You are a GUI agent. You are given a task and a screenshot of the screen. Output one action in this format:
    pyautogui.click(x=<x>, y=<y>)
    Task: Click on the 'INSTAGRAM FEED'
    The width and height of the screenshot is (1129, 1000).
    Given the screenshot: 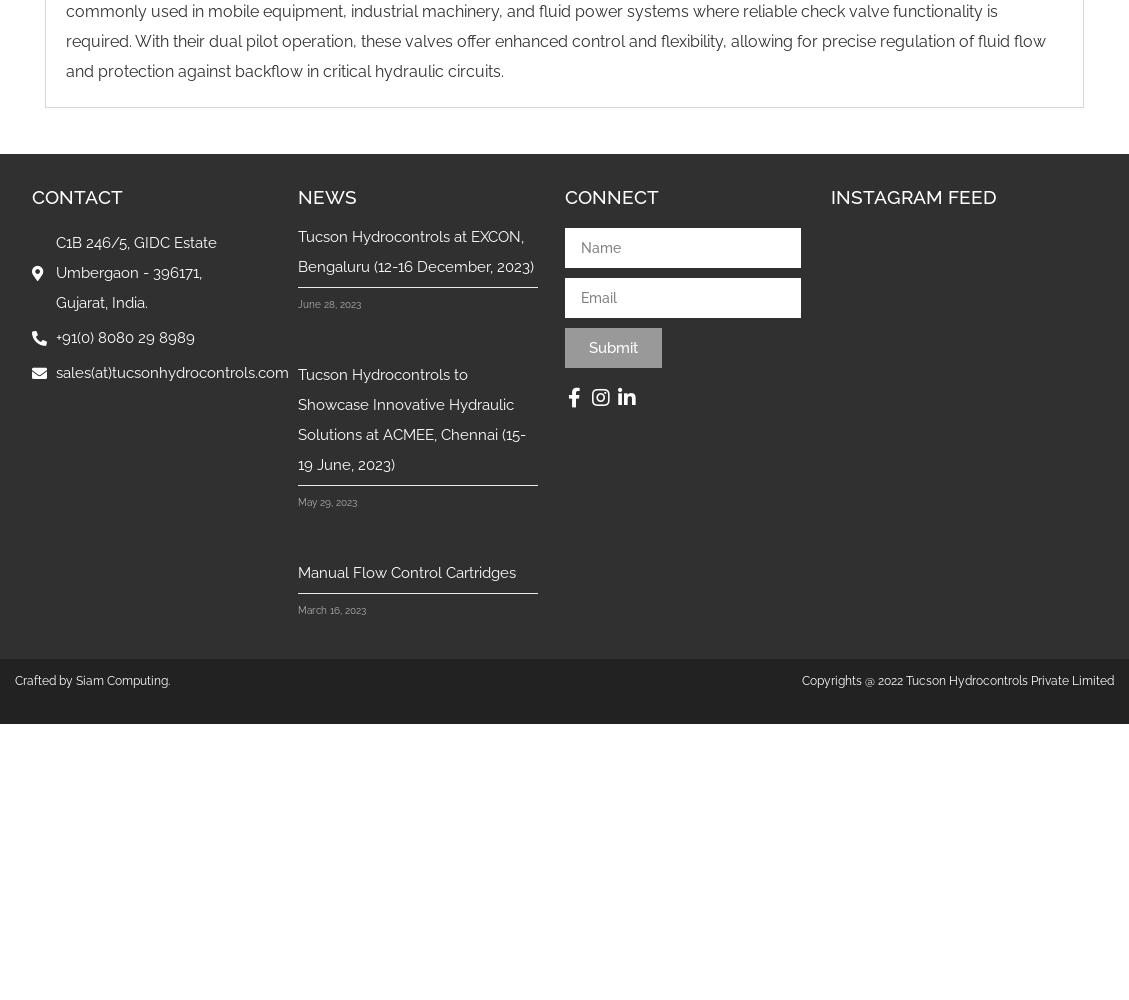 What is the action you would take?
    pyautogui.click(x=912, y=195)
    